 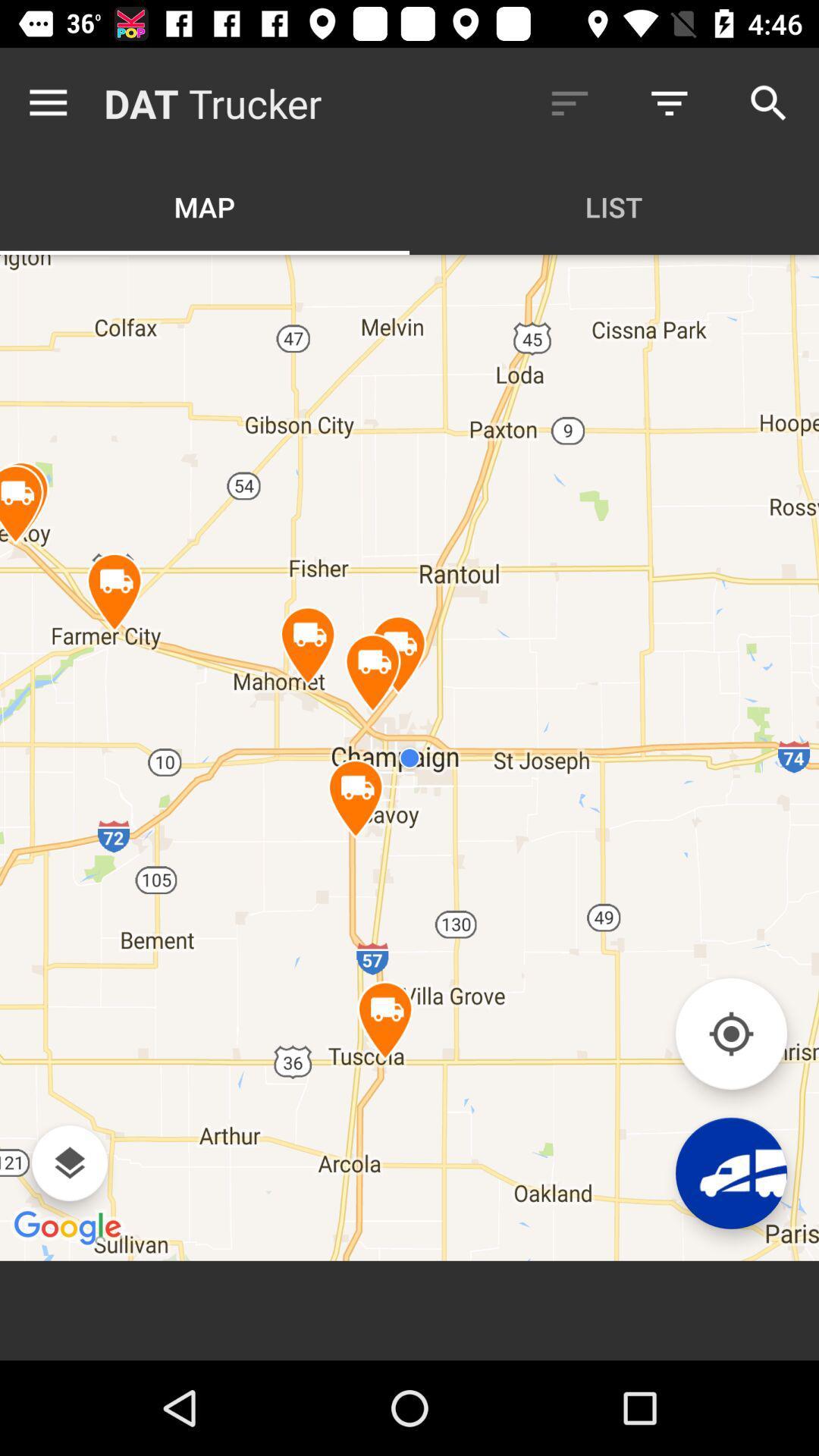 What do you see at coordinates (51, 102) in the screenshot?
I see `the item to the left of dat icon` at bounding box center [51, 102].